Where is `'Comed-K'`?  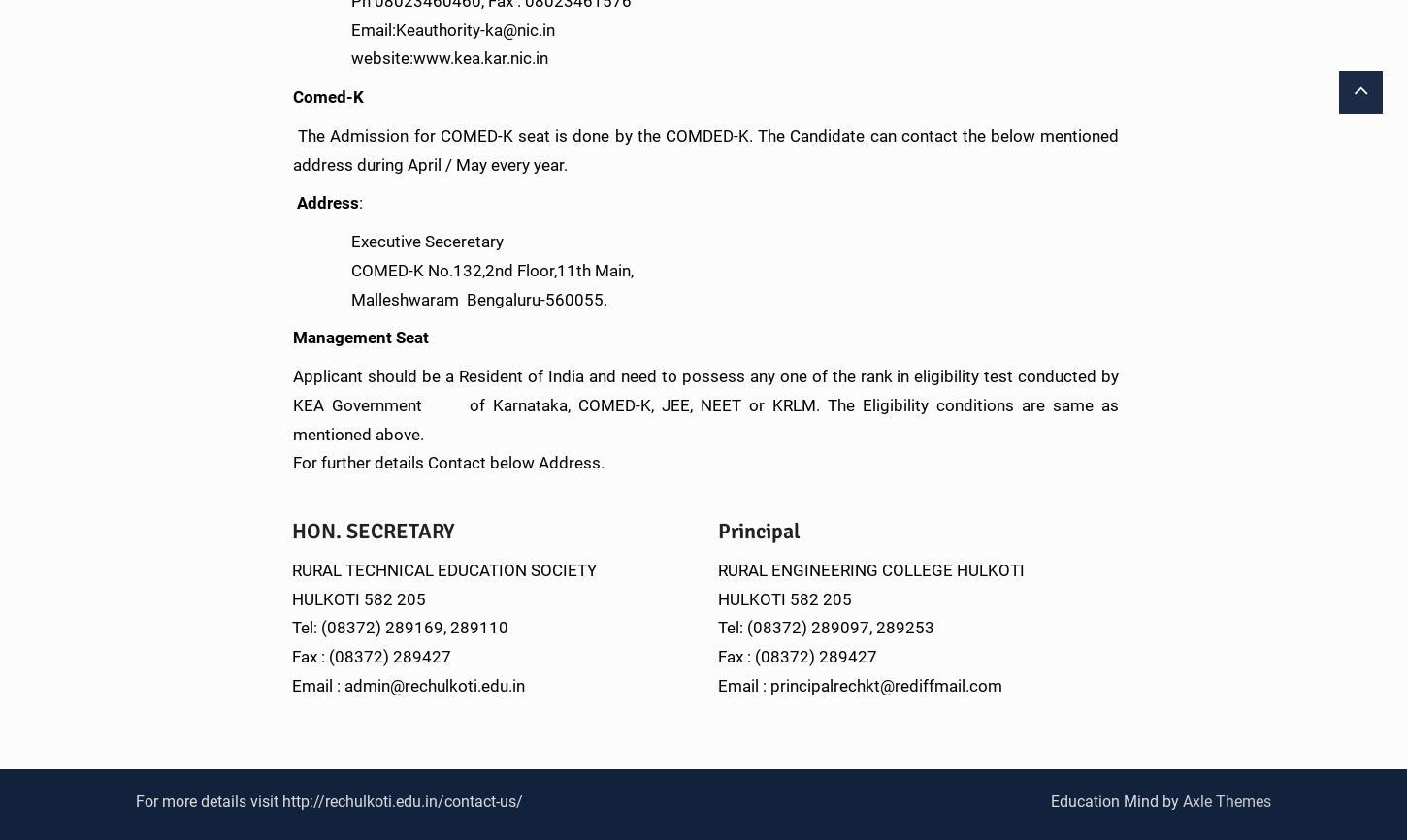
'Comed-K' is located at coordinates (293, 97).